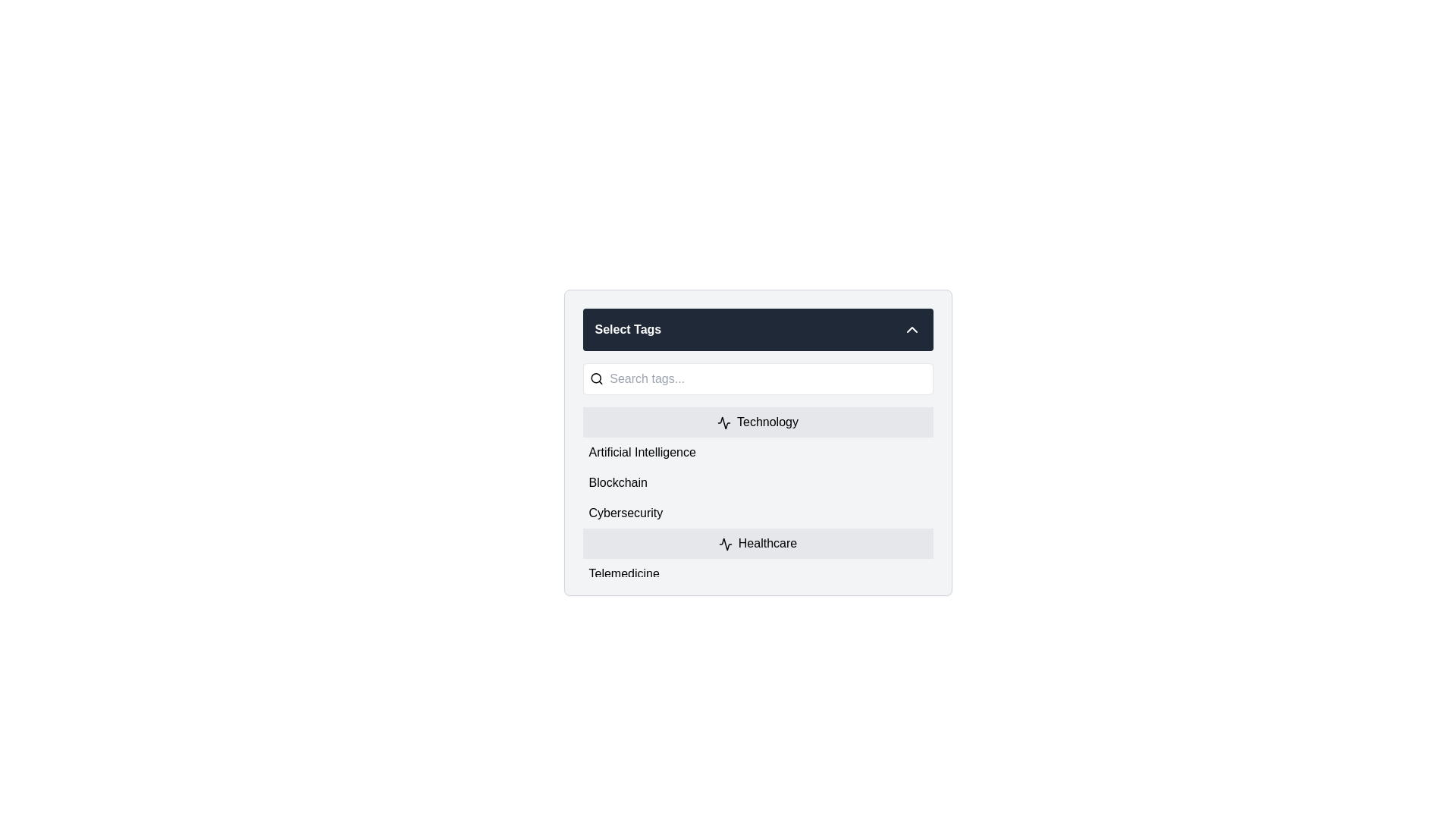 The image size is (1456, 819). I want to click on the first item in the 'Technology' category labeled 'Artificial Intelligence' in the selectable list, so click(758, 452).